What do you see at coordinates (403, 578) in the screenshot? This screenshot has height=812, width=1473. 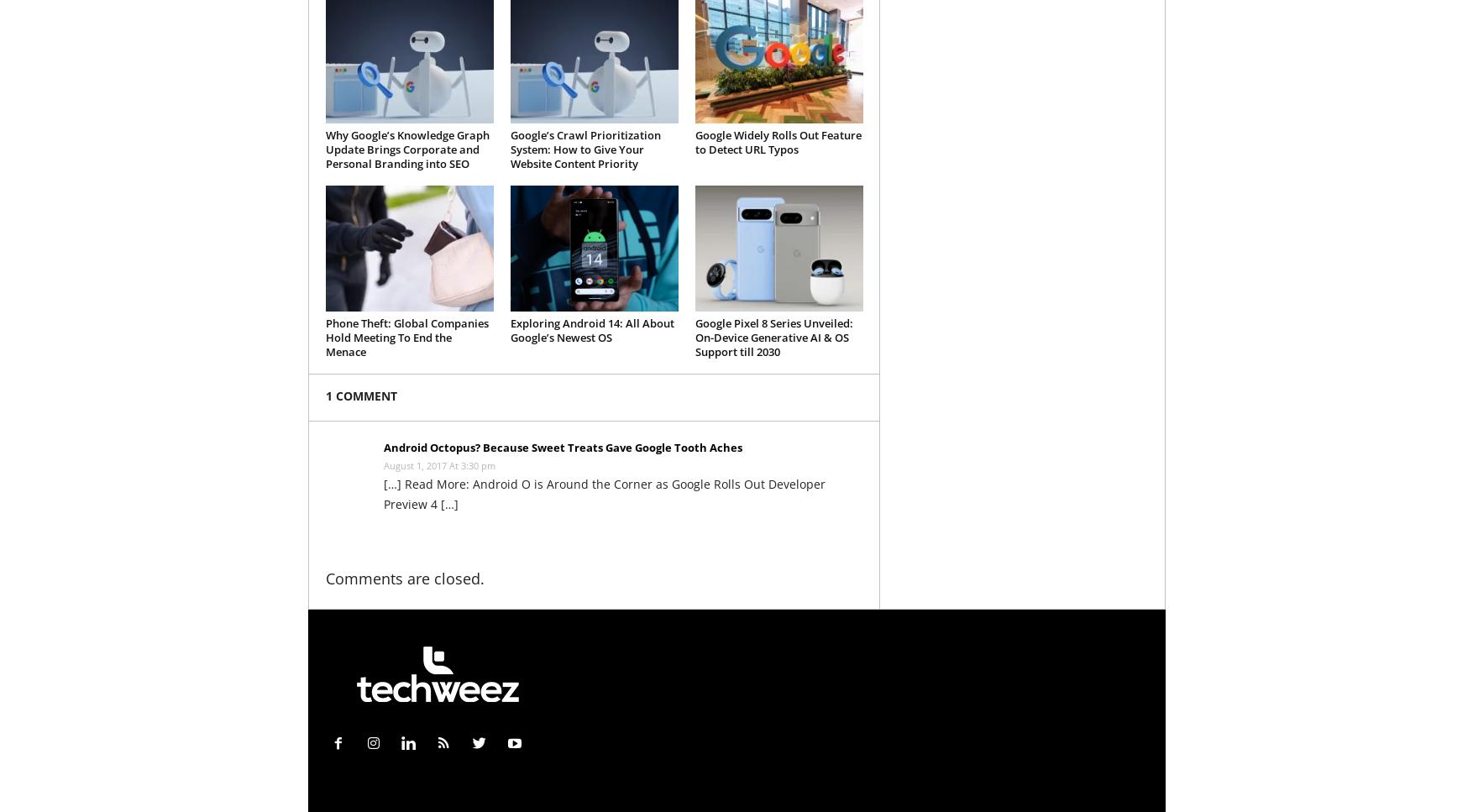 I see `'Comments are closed.'` at bounding box center [403, 578].